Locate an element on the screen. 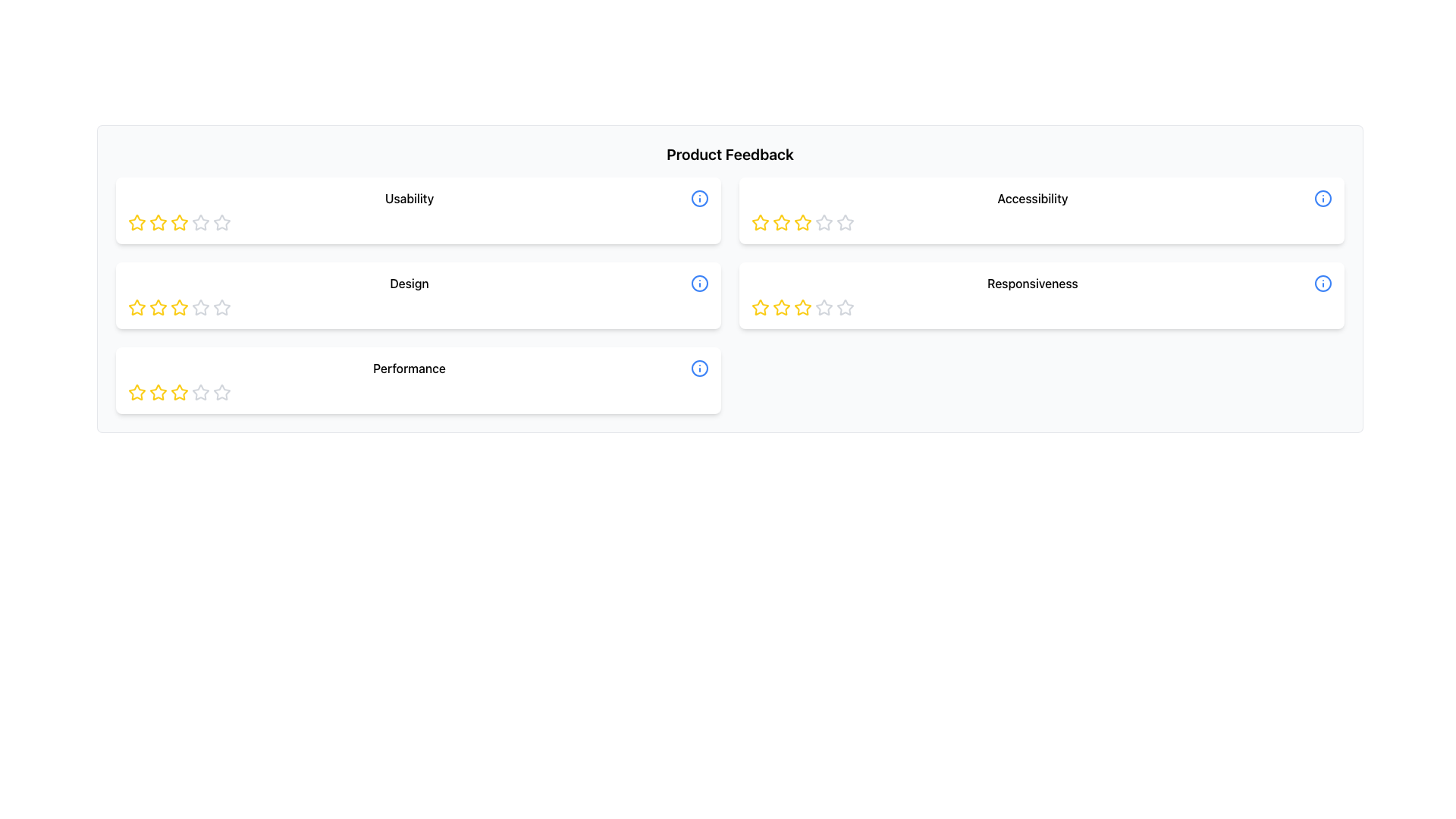 Image resolution: width=1456 pixels, height=819 pixels. the fifth gray star icon in the Accessibility section of the Product Feedback interface, which has a hollow appearance and is part of a rating widget is located at coordinates (844, 222).